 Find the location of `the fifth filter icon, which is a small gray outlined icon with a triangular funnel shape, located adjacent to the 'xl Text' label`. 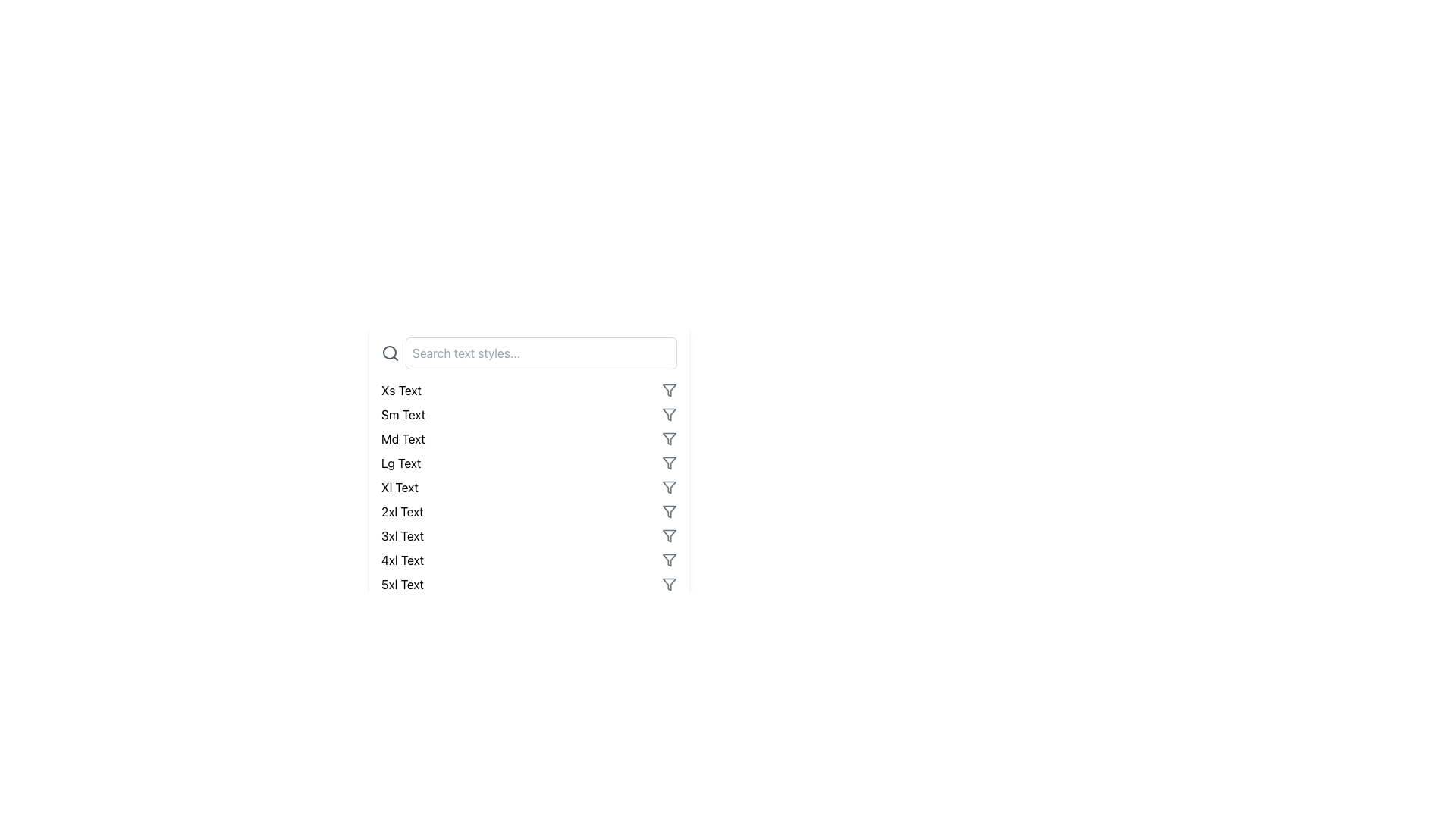

the fifth filter icon, which is a small gray outlined icon with a triangular funnel shape, located adjacent to the 'xl Text' label is located at coordinates (669, 488).